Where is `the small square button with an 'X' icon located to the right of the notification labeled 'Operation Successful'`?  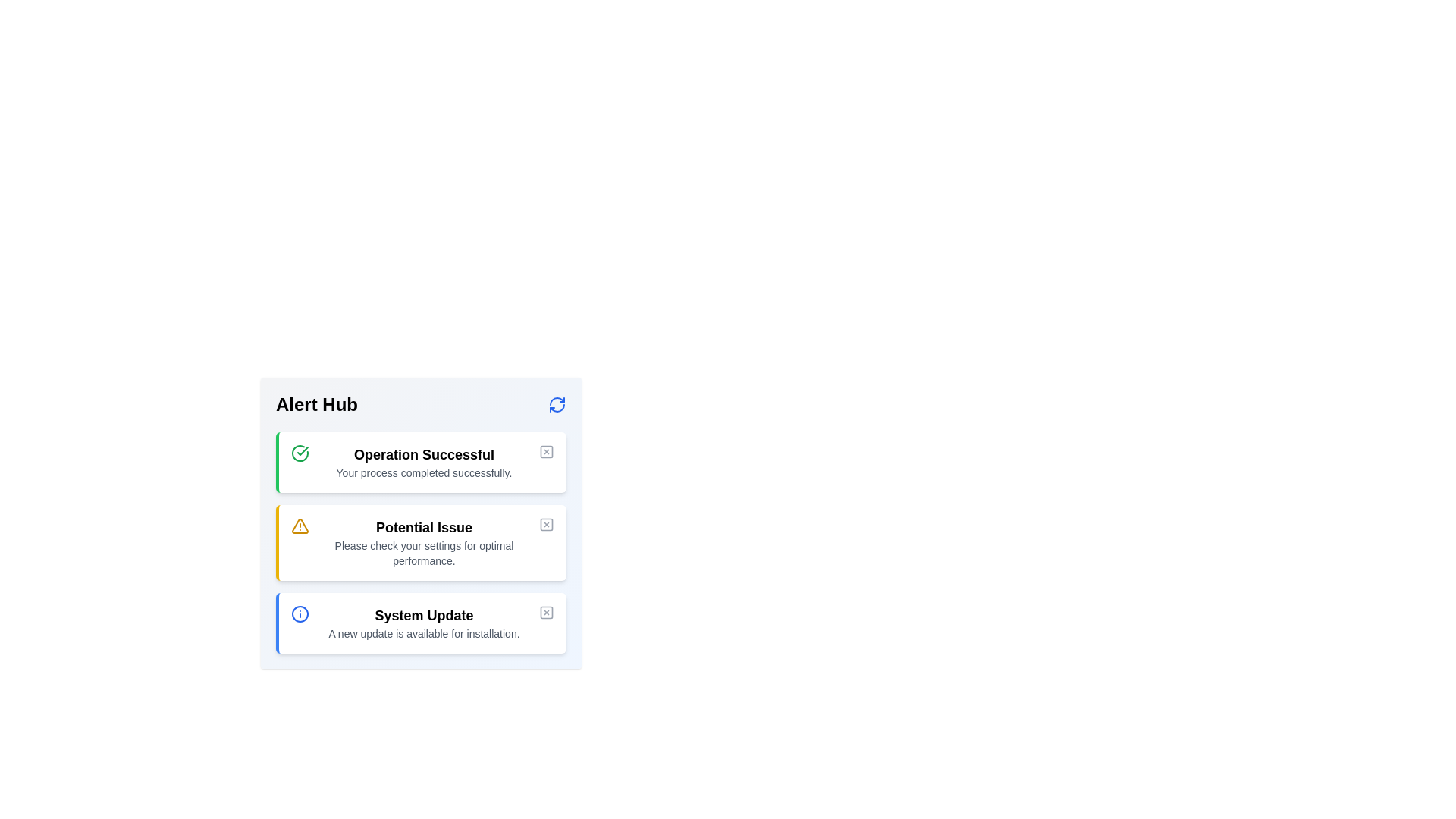
the small square button with an 'X' icon located to the right of the notification labeled 'Operation Successful' is located at coordinates (546, 451).